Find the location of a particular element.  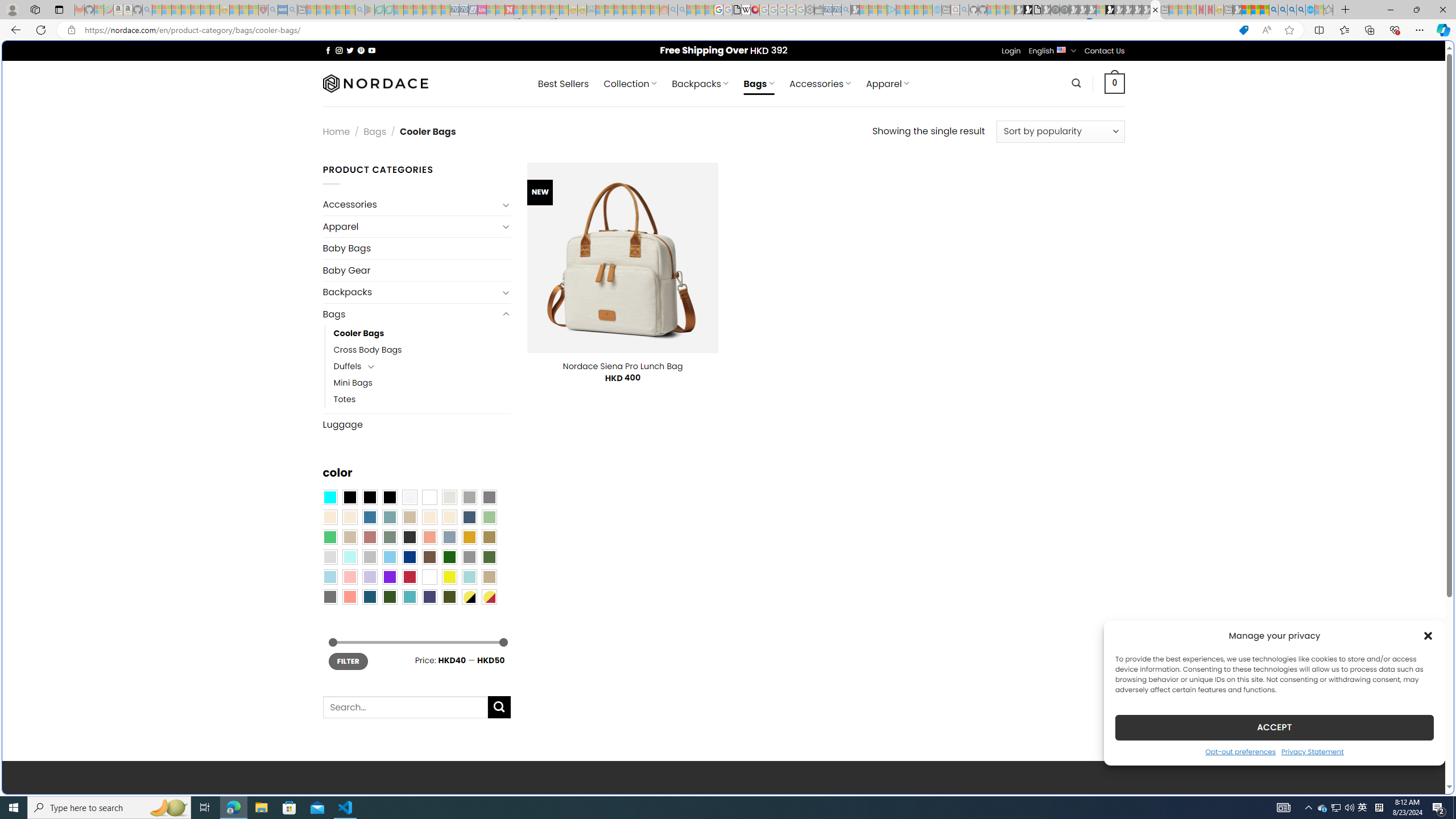

'Silver' is located at coordinates (369, 557).